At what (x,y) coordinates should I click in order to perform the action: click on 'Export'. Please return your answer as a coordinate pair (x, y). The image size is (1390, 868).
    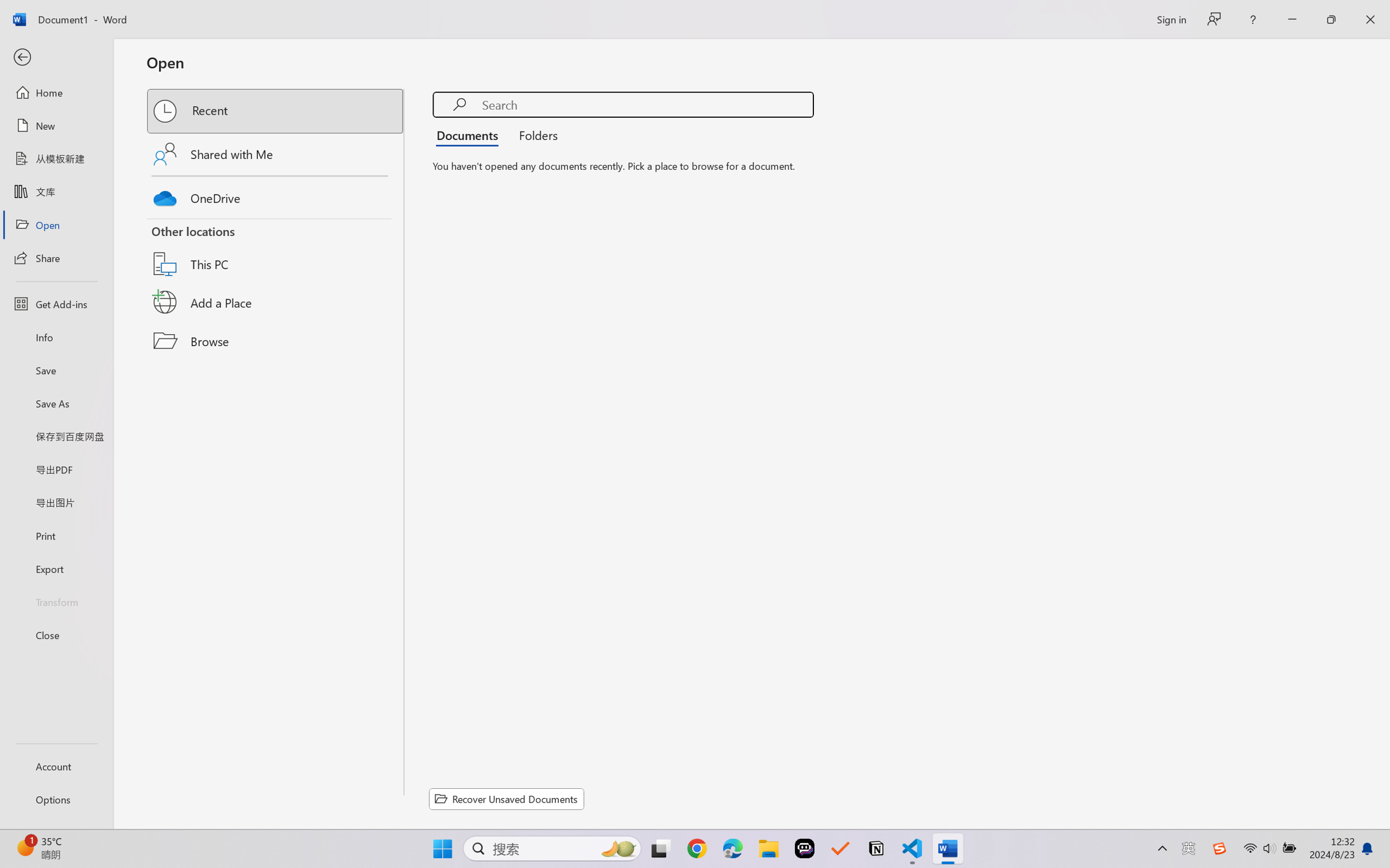
    Looking at the image, I should click on (56, 568).